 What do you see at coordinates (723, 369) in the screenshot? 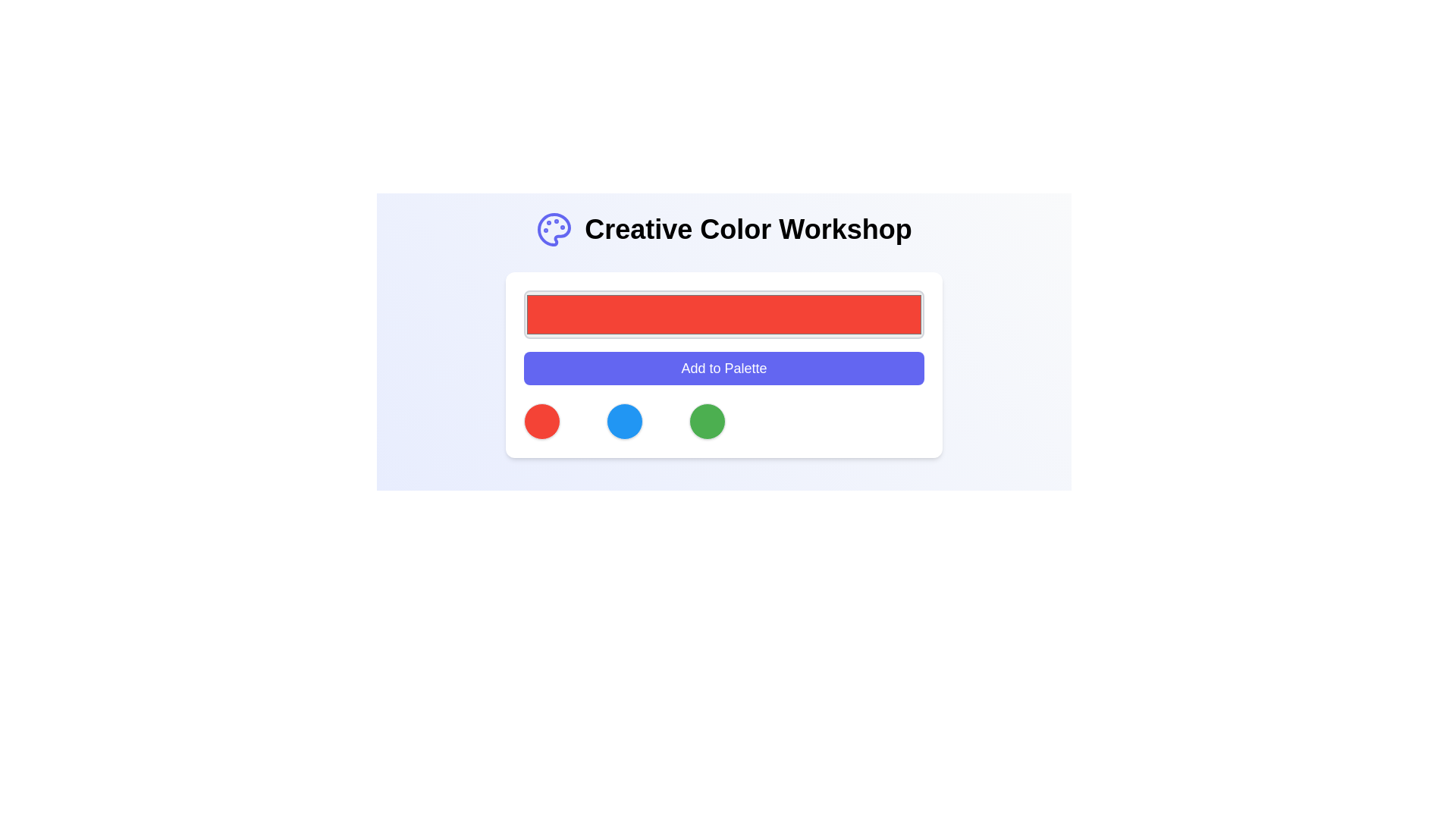
I see `the 'Add to Palette' button with rounded corners and a vibrant purple background` at bounding box center [723, 369].